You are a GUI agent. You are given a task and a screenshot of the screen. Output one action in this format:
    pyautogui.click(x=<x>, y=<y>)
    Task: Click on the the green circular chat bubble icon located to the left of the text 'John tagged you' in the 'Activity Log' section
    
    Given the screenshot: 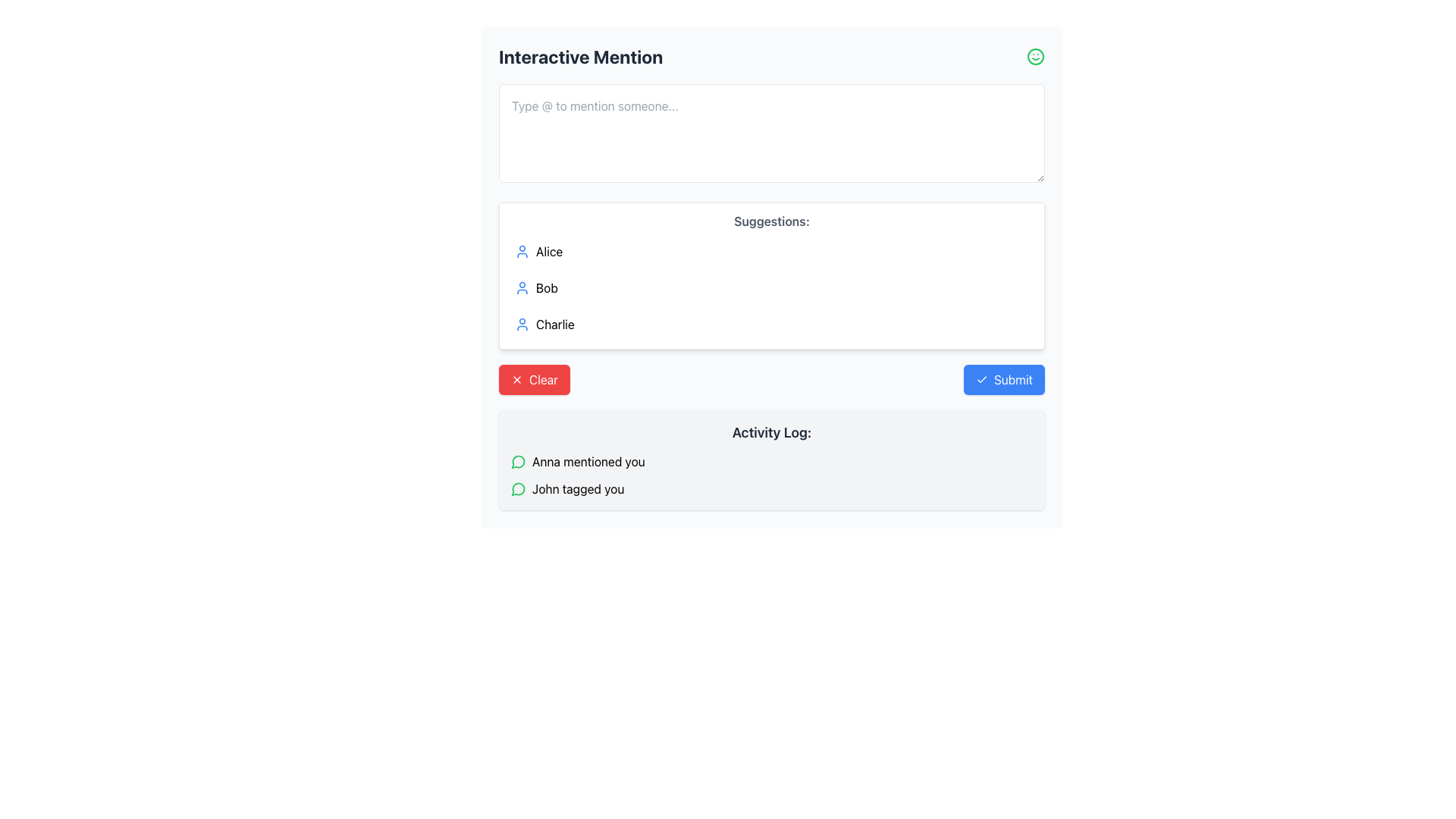 What is the action you would take?
    pyautogui.click(x=519, y=488)
    